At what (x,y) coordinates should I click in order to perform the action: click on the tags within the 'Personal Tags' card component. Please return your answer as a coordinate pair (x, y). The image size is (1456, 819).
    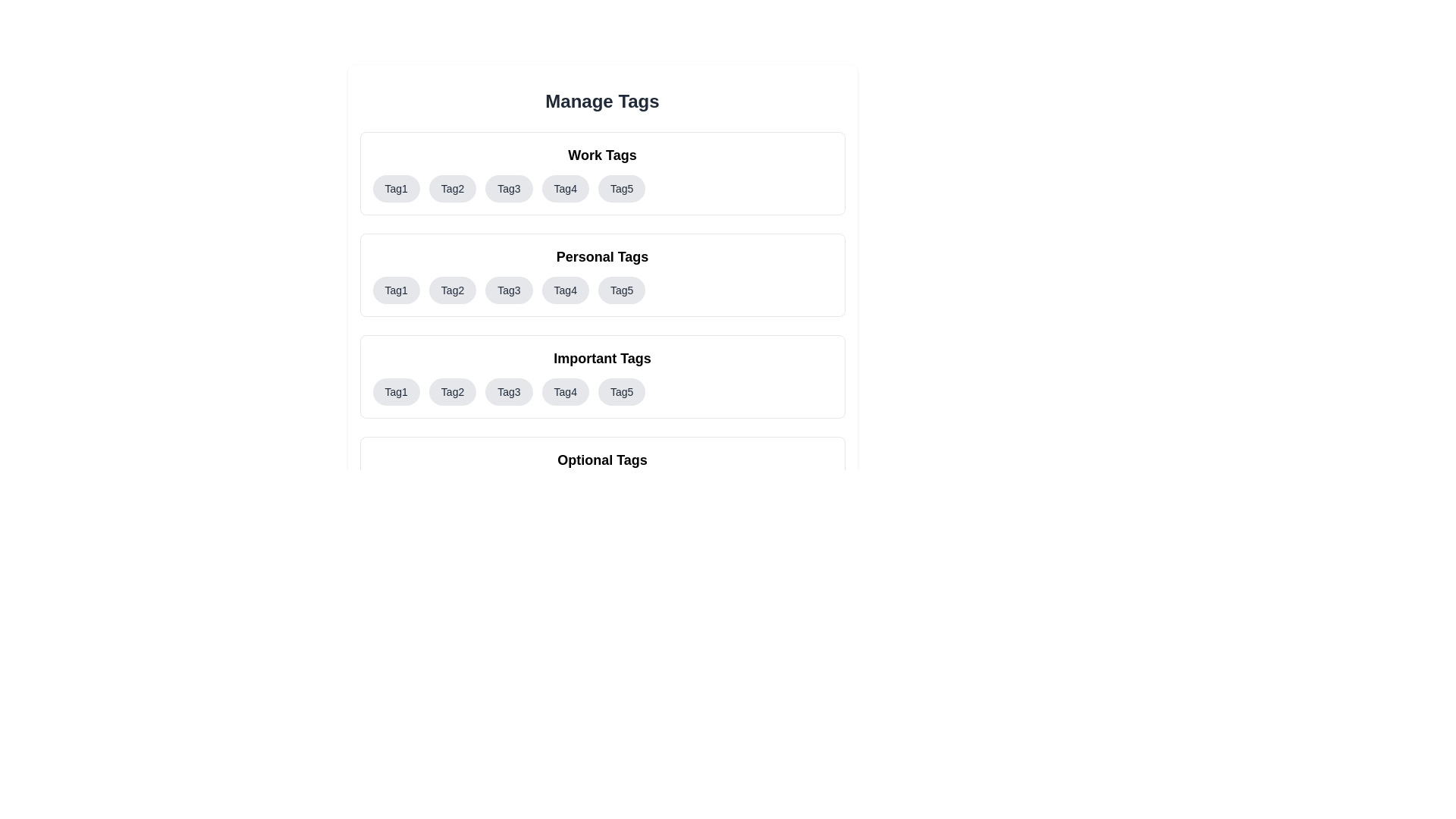
    Looking at the image, I should click on (601, 275).